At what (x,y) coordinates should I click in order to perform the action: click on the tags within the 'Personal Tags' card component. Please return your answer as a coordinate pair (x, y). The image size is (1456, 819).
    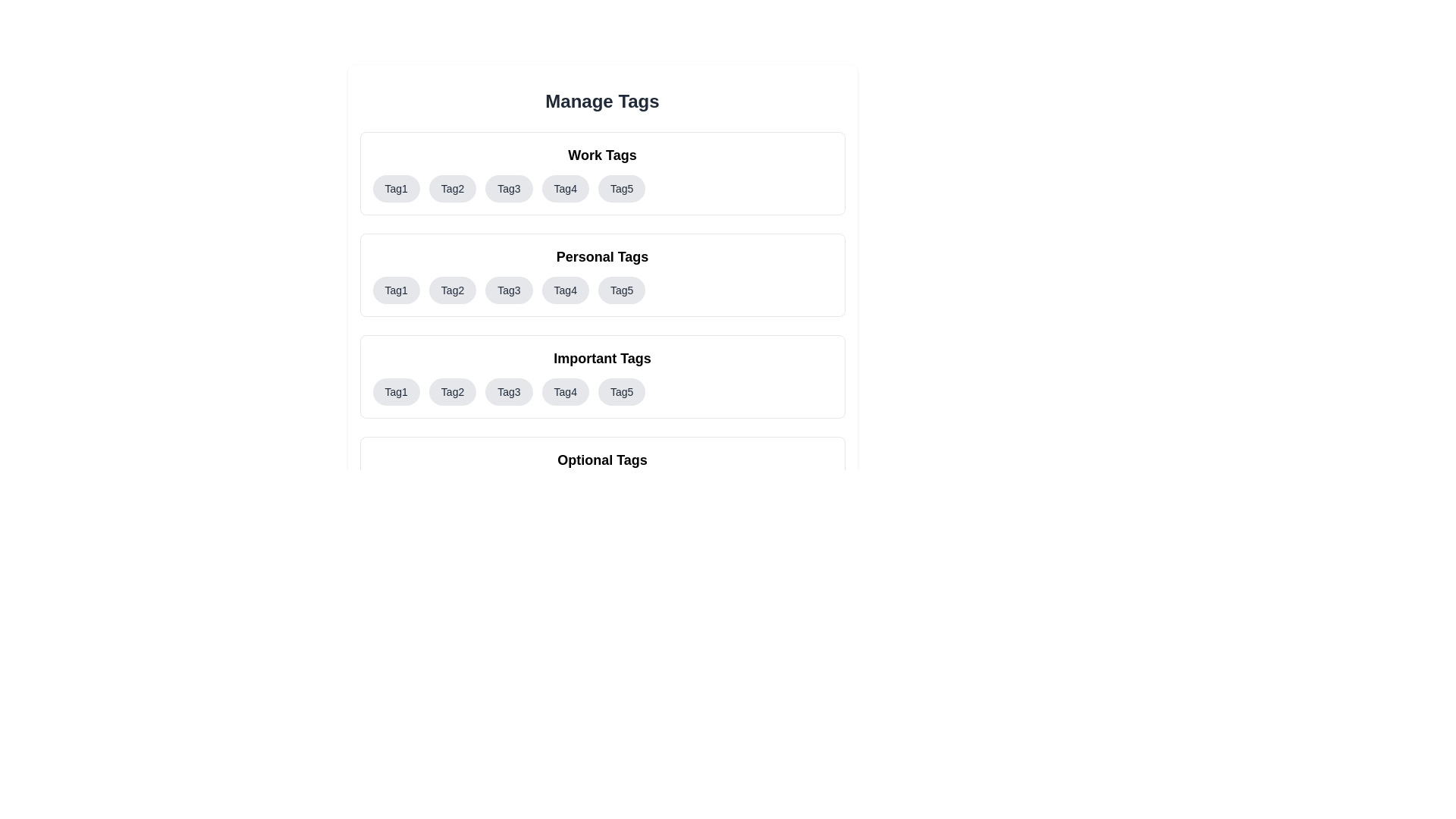
    Looking at the image, I should click on (601, 275).